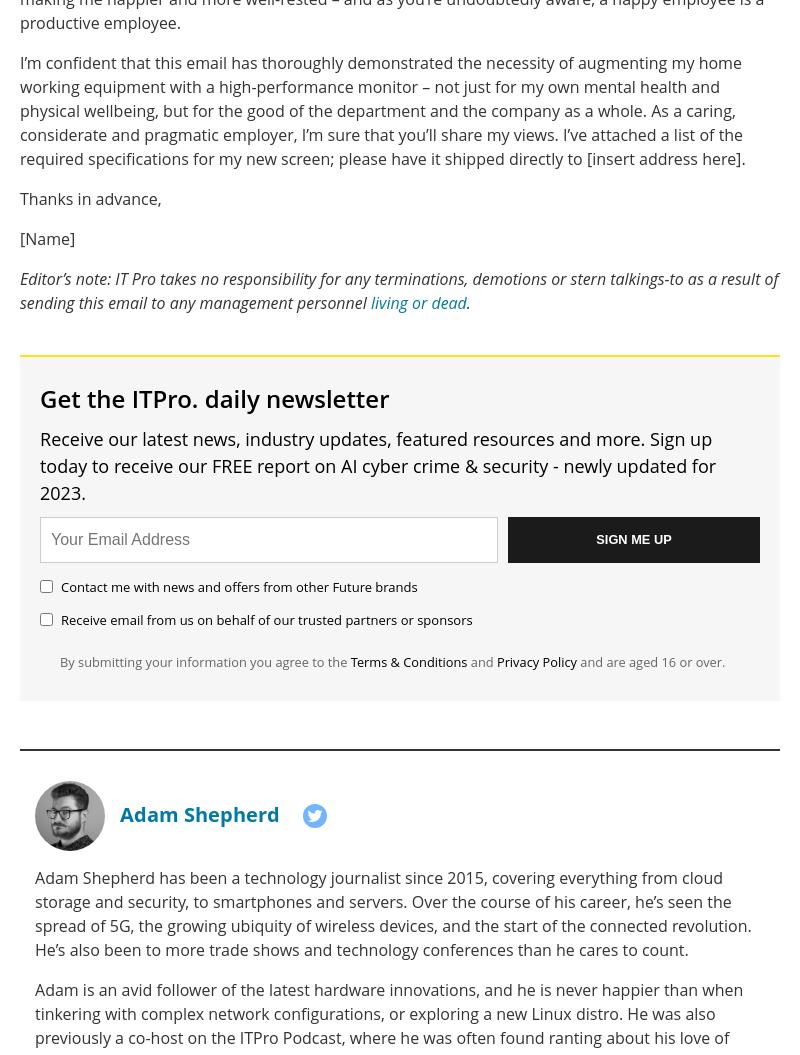 Image resolution: width=800 pixels, height=1055 pixels. I want to click on 'Thanks in advance,', so click(90, 197).